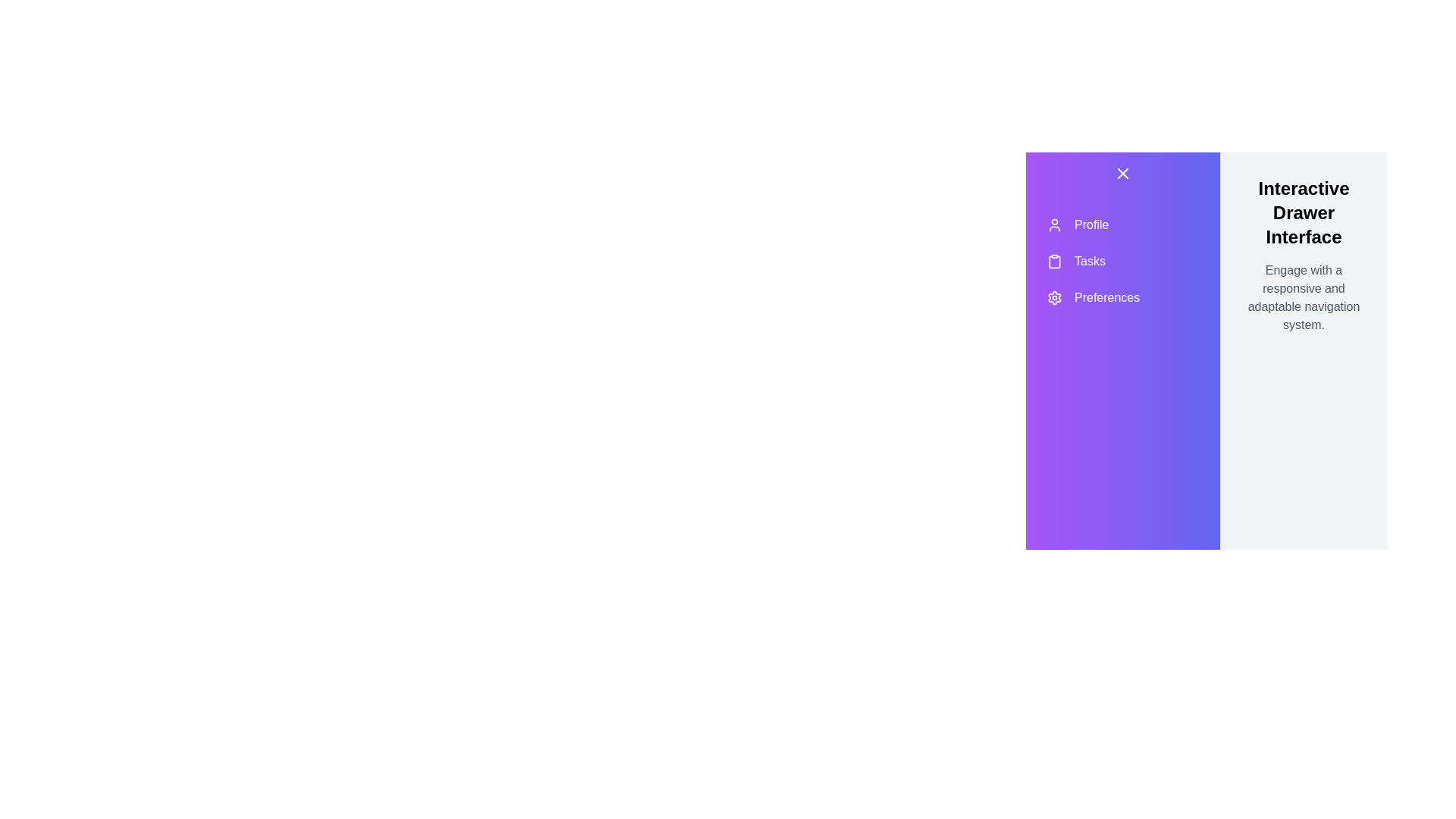 The height and width of the screenshot is (819, 1456). I want to click on the menu item labeled Profile, so click(1123, 225).